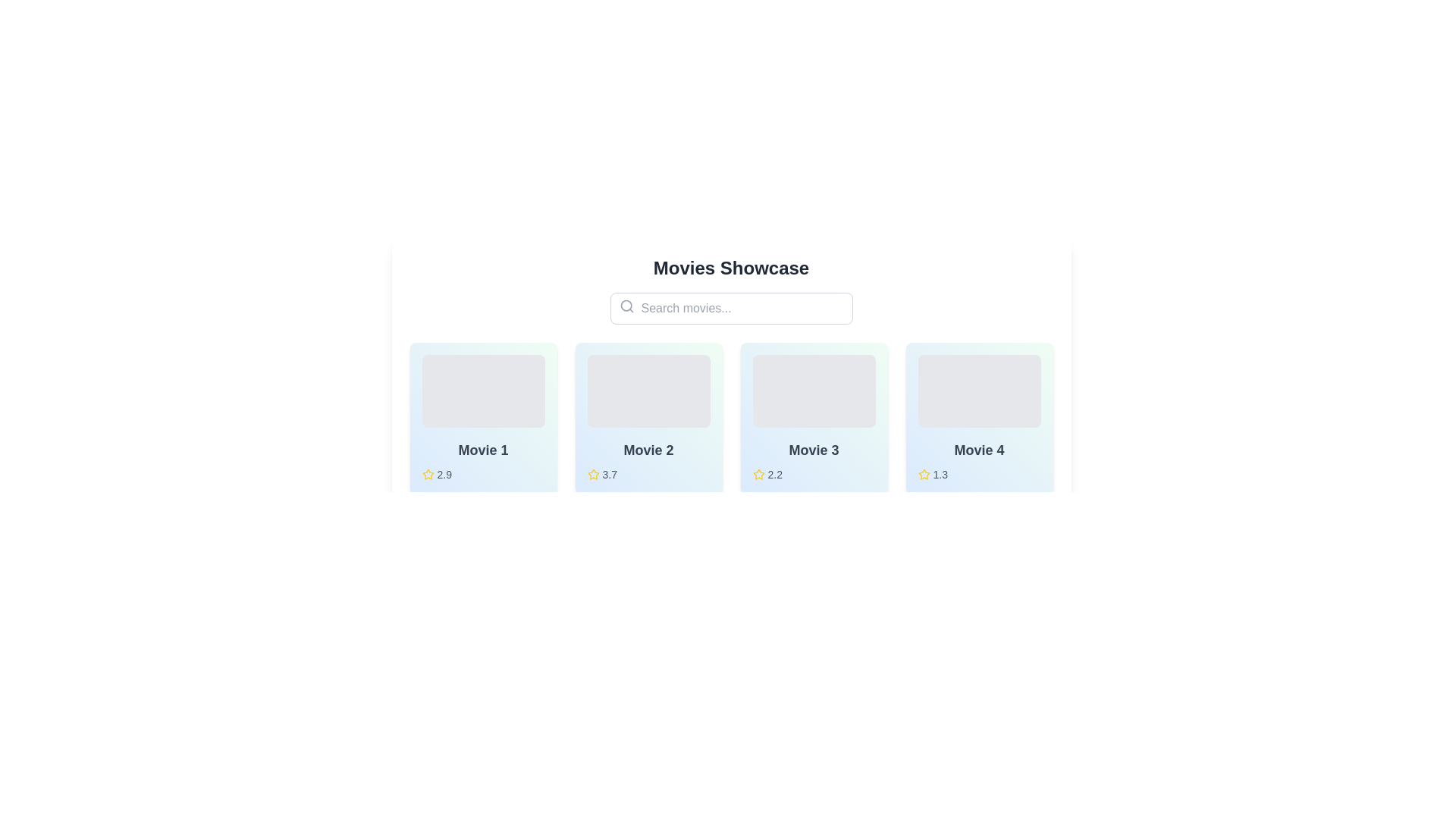 This screenshot has width=1456, height=819. What do you see at coordinates (923, 473) in the screenshot?
I see `the star icon indicating the rating for 'Movie 4' located at the bottom-right area of the interface, near the rating text '1.3'` at bounding box center [923, 473].